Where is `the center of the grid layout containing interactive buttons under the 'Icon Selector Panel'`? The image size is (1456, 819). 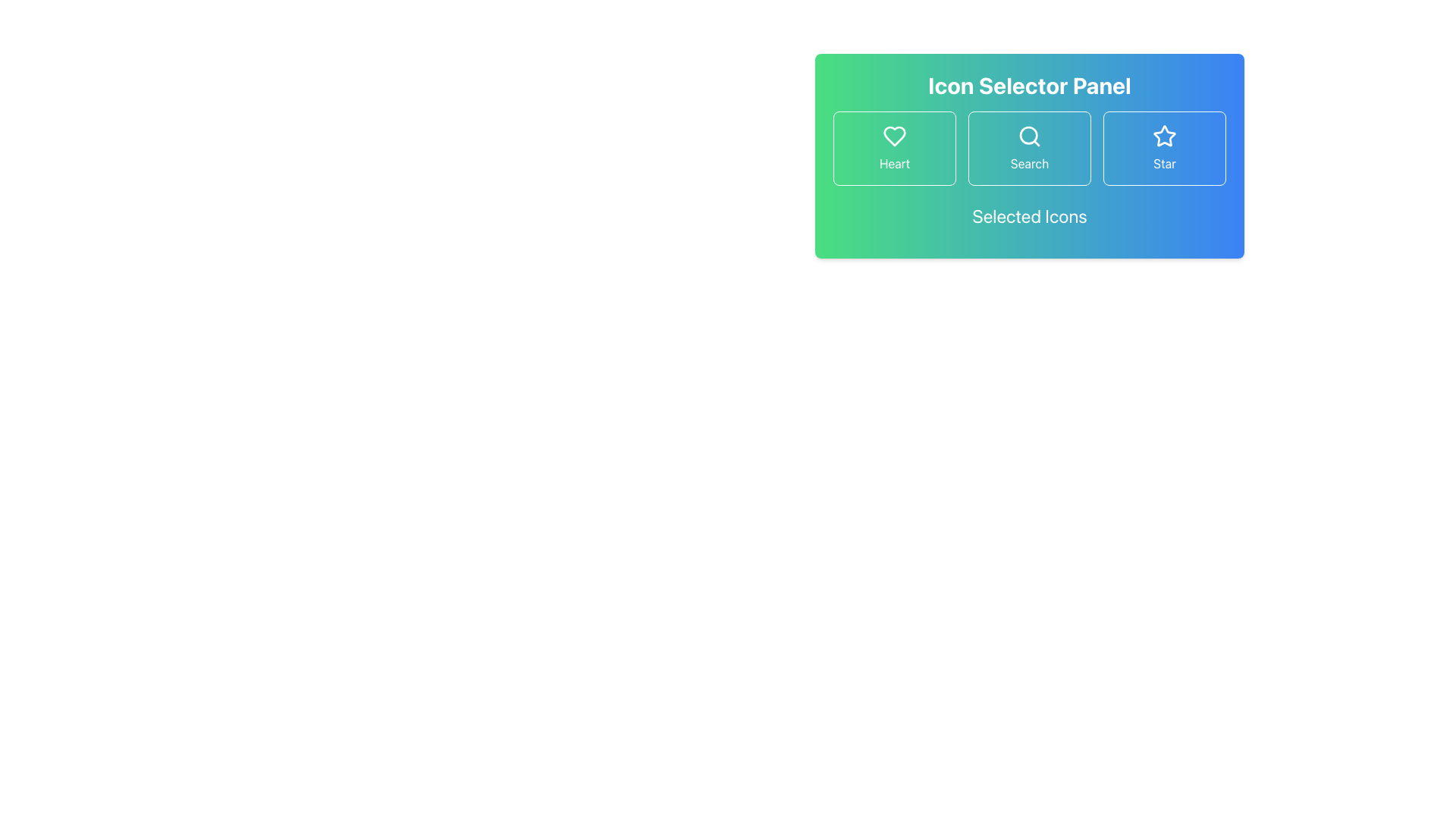
the center of the grid layout containing interactive buttons under the 'Icon Selector Panel' is located at coordinates (1030, 149).